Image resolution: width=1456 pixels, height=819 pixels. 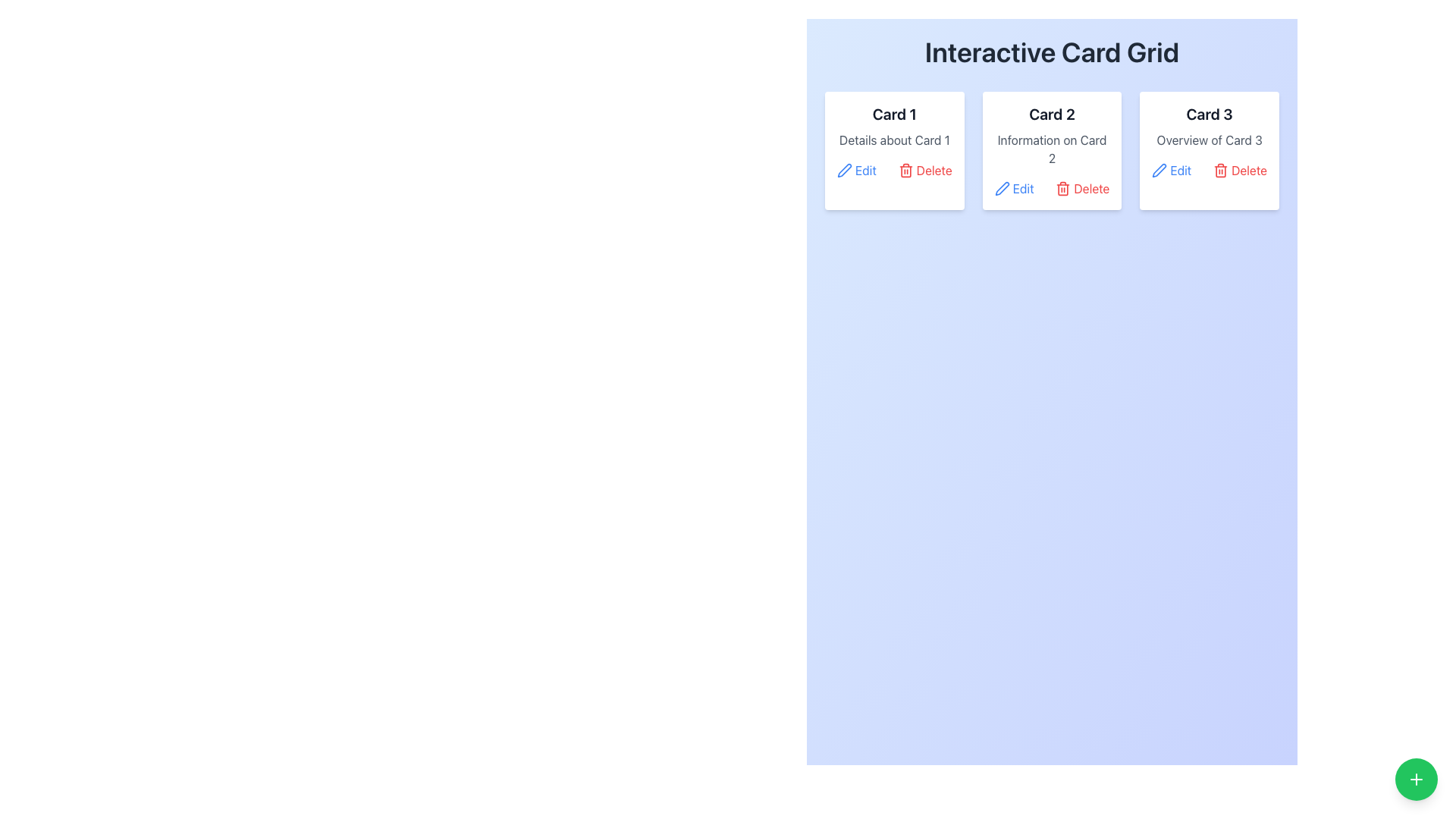 I want to click on the delete icon located in the rightmost card of the horizontal card list, so click(x=1221, y=170).